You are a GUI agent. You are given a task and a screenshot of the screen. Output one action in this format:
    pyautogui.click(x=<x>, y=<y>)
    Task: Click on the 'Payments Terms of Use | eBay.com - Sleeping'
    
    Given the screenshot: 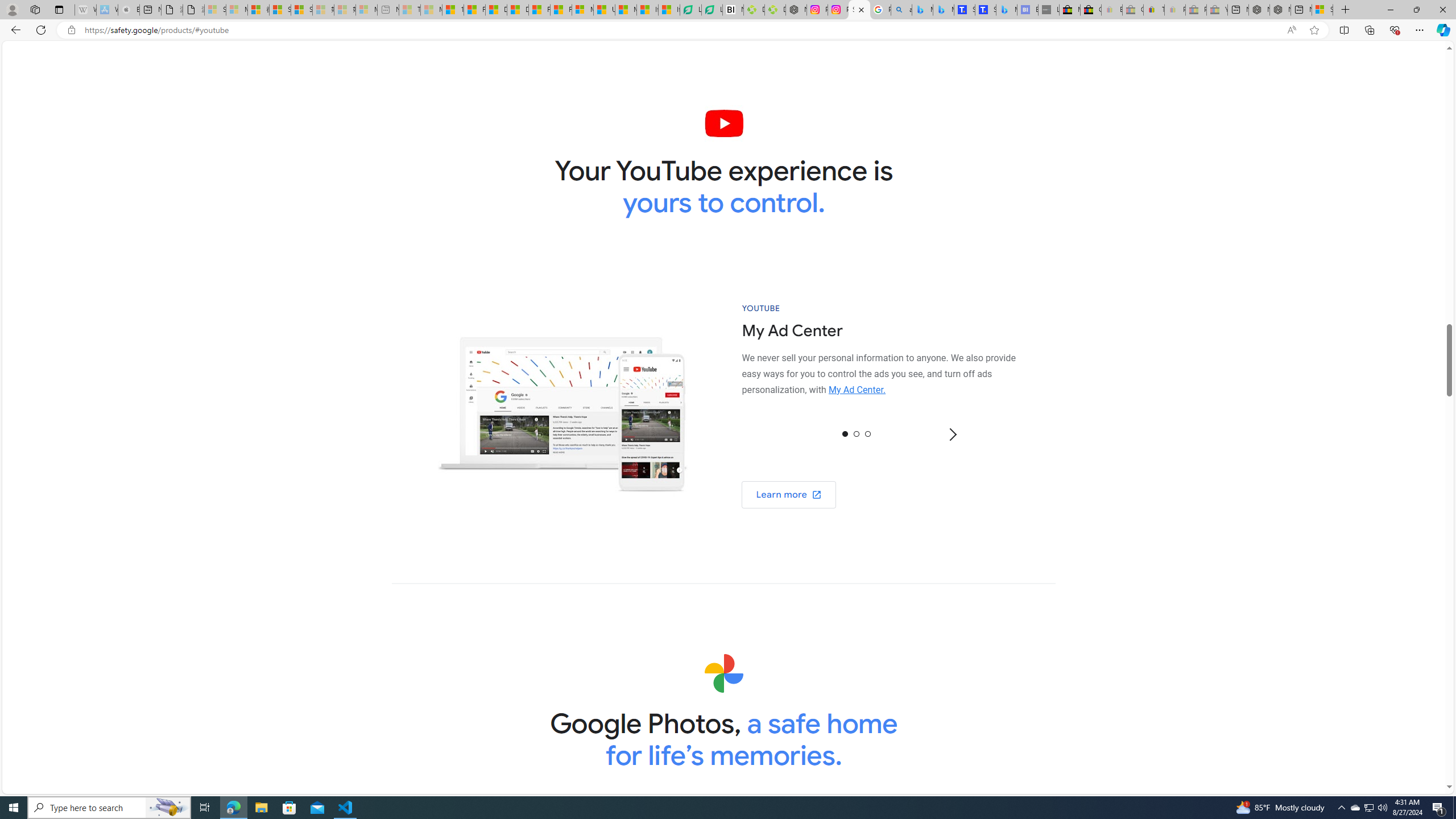 What is the action you would take?
    pyautogui.click(x=1174, y=9)
    